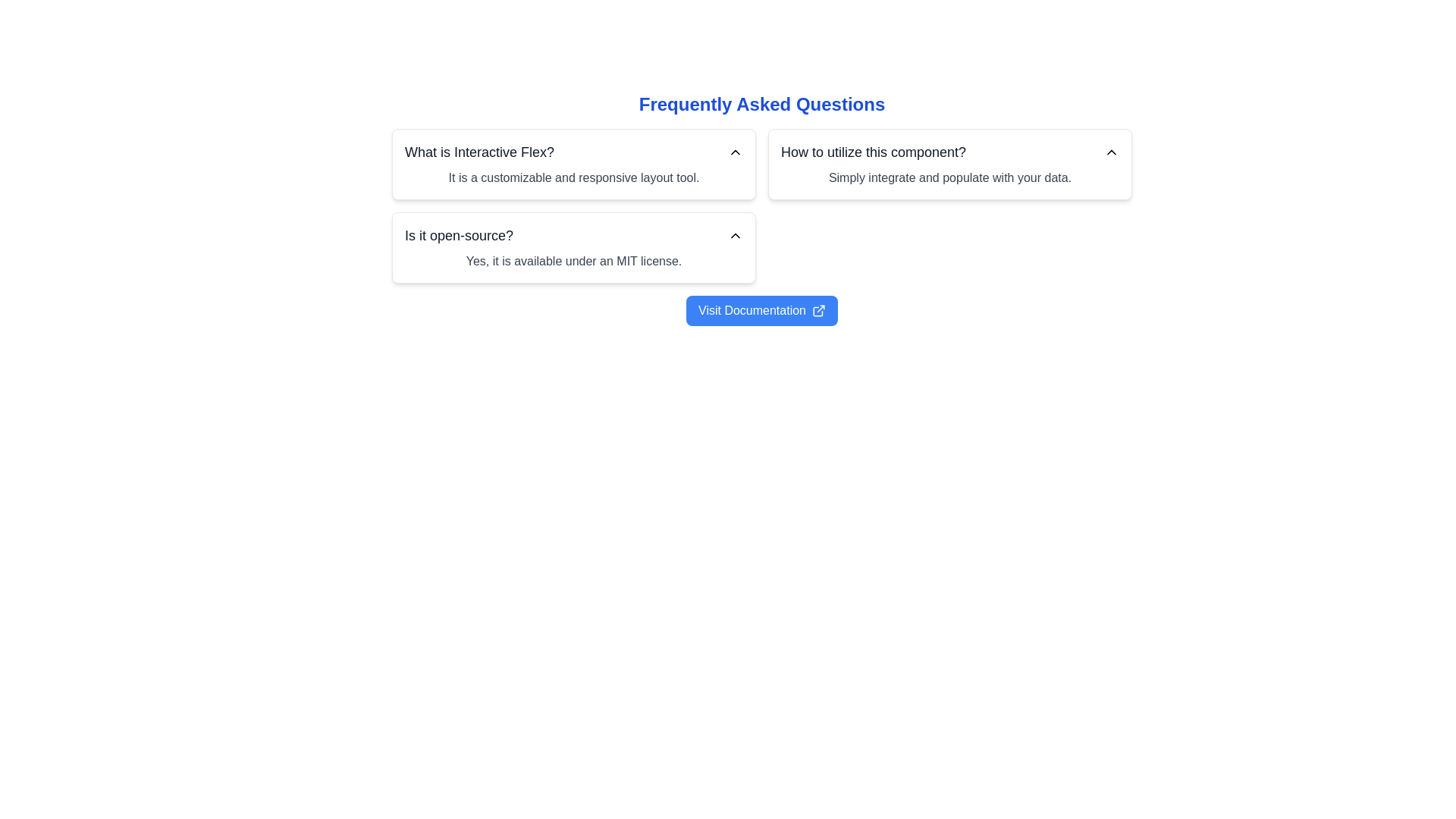 The image size is (1456, 819). Describe the element at coordinates (573, 177) in the screenshot. I see `the descriptive text element located below the title 'What is Interactive Flex?' in the card-like component with rounded borders` at that location.